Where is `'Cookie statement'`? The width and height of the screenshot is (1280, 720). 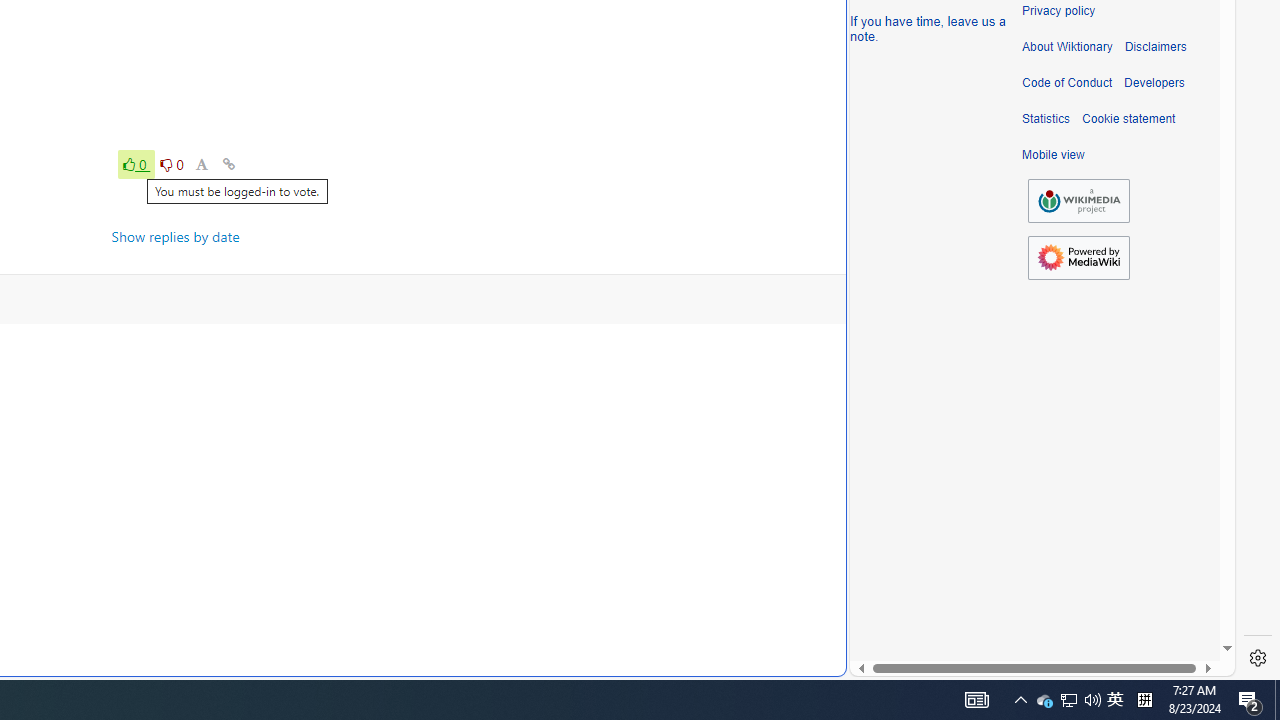
'Cookie statement' is located at coordinates (1128, 119).